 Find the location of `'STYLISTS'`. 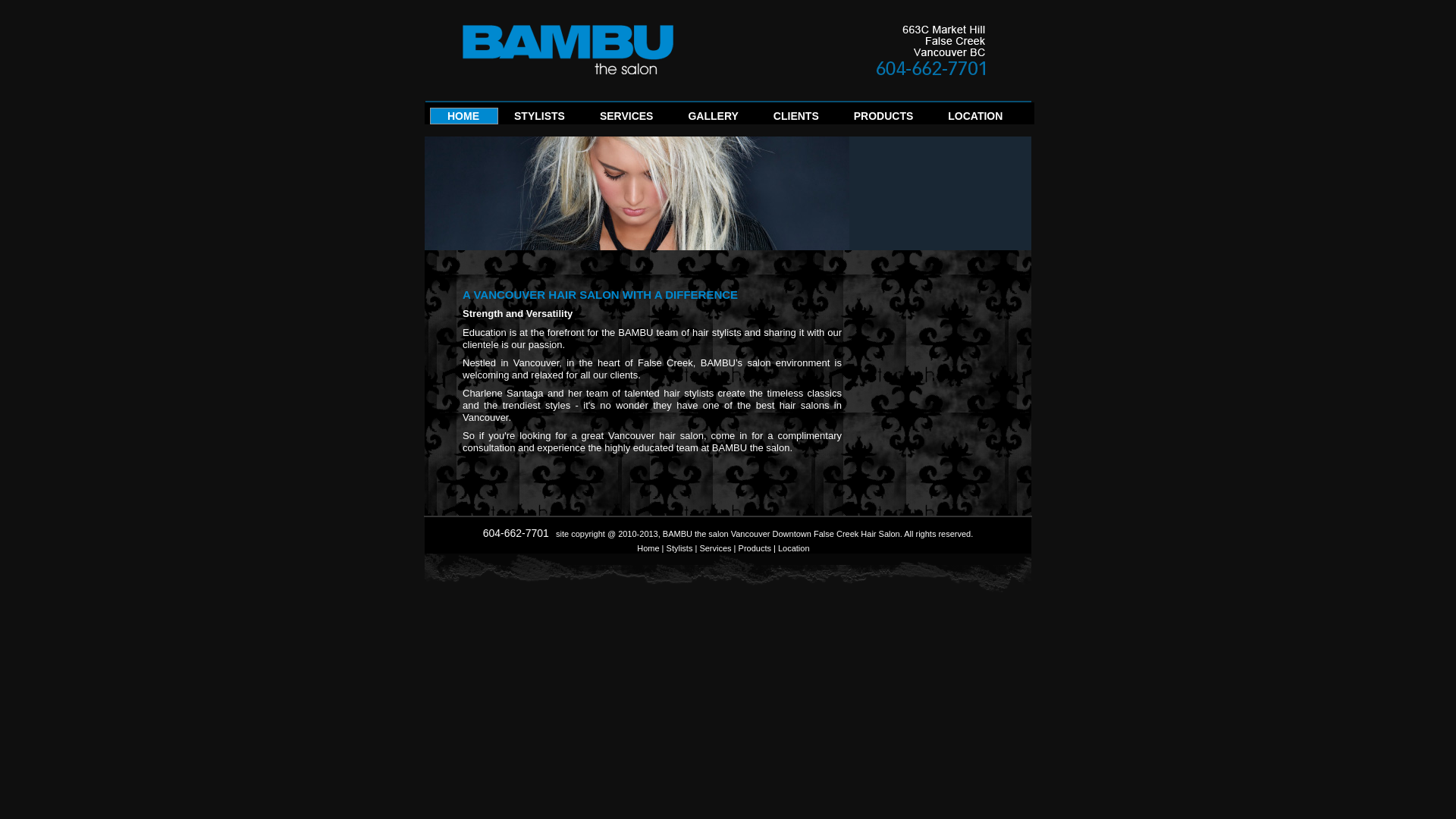

'STYLISTS' is located at coordinates (539, 120).